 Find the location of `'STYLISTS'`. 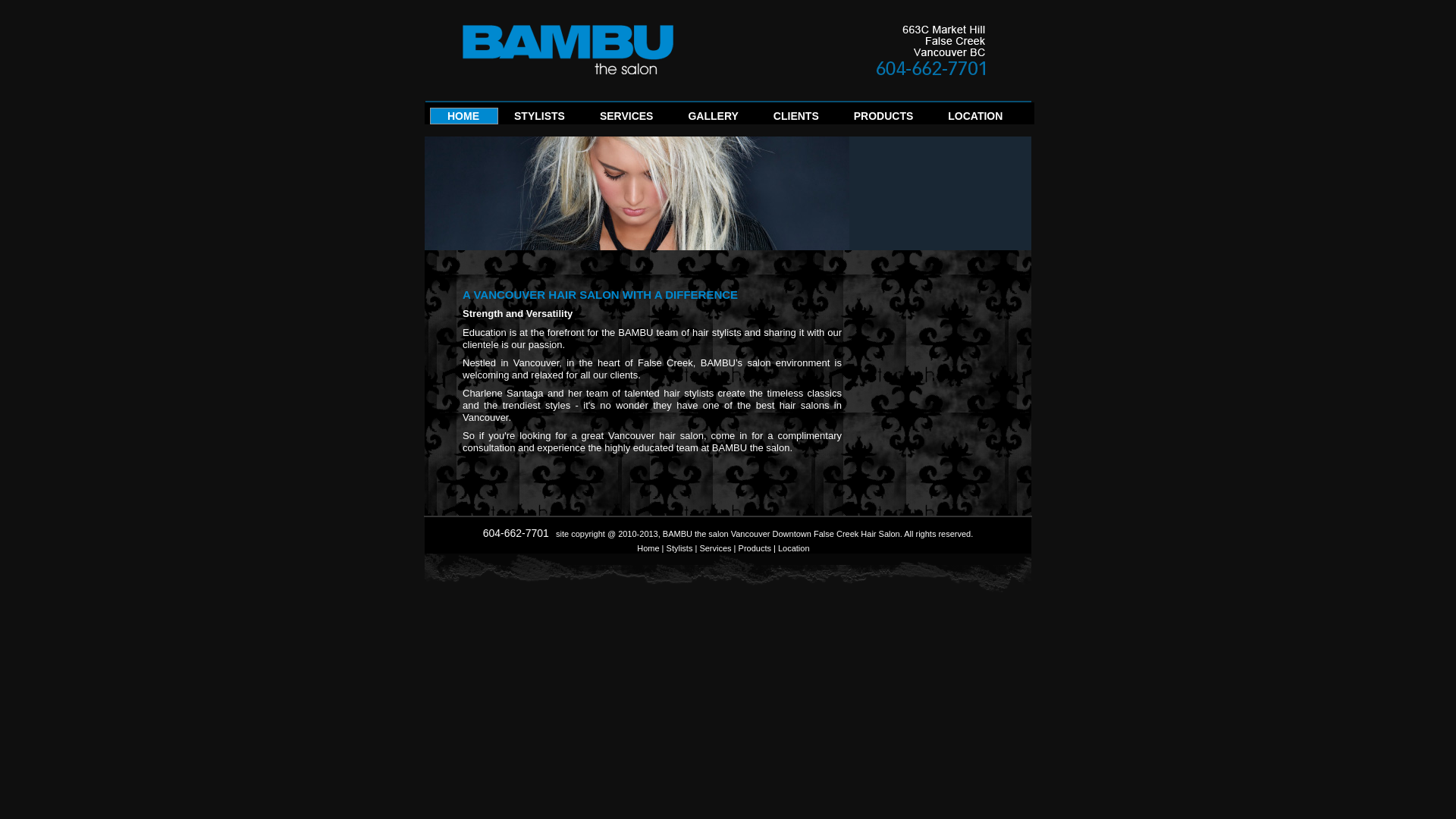

'STYLISTS' is located at coordinates (539, 120).